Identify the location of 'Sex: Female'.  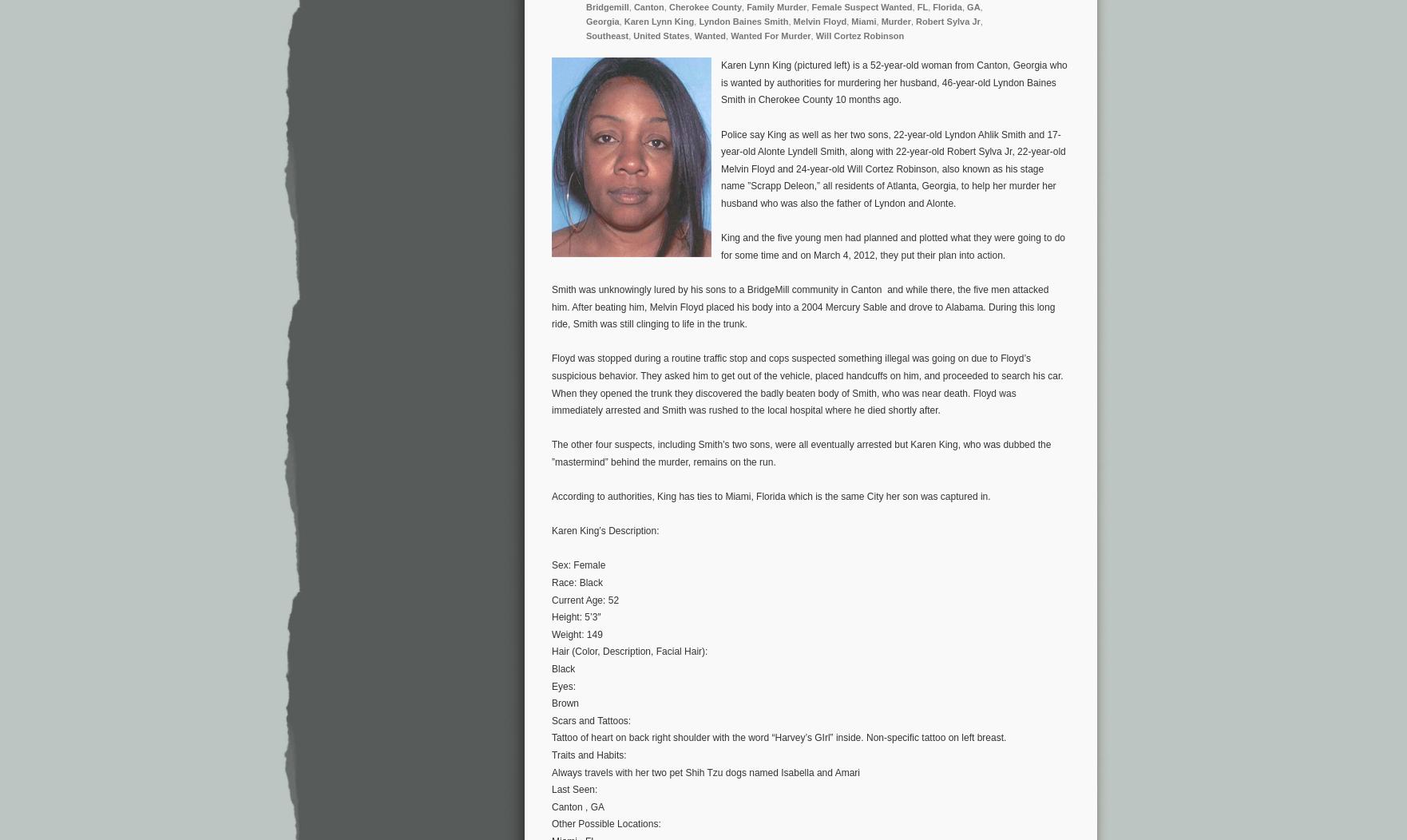
(577, 565).